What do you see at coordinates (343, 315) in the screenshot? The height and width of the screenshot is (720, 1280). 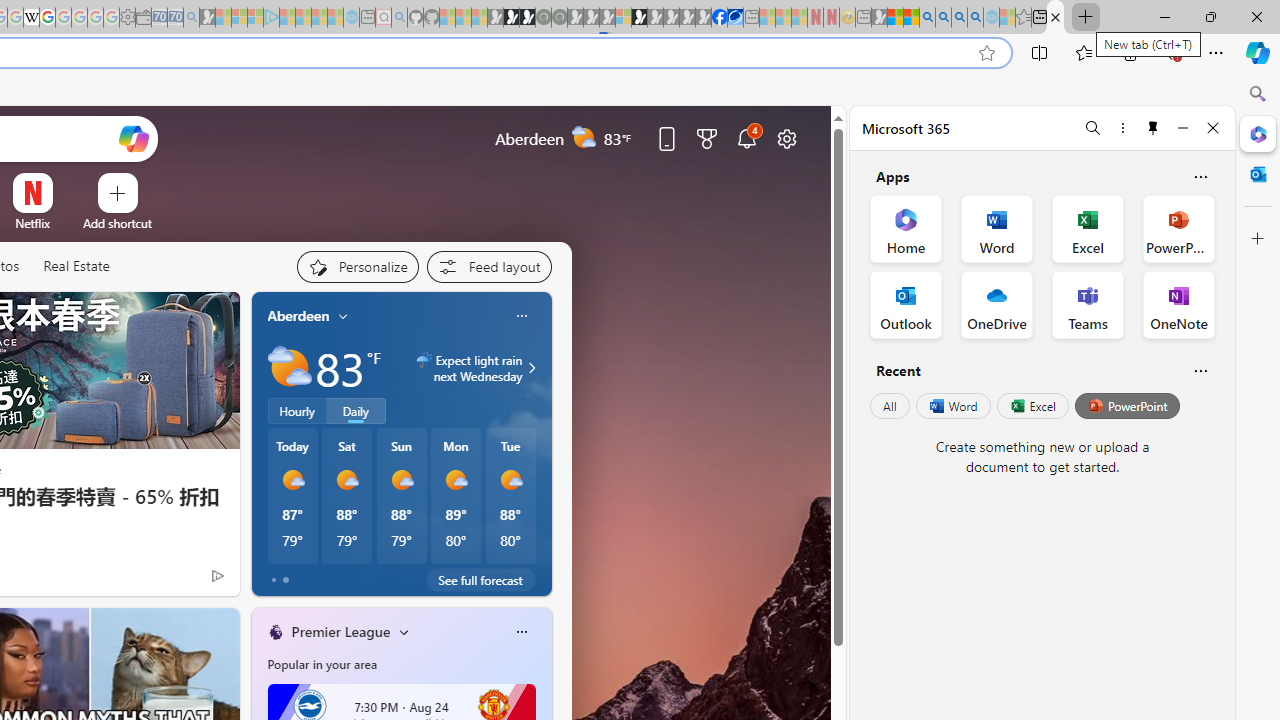 I see `'My location'` at bounding box center [343, 315].